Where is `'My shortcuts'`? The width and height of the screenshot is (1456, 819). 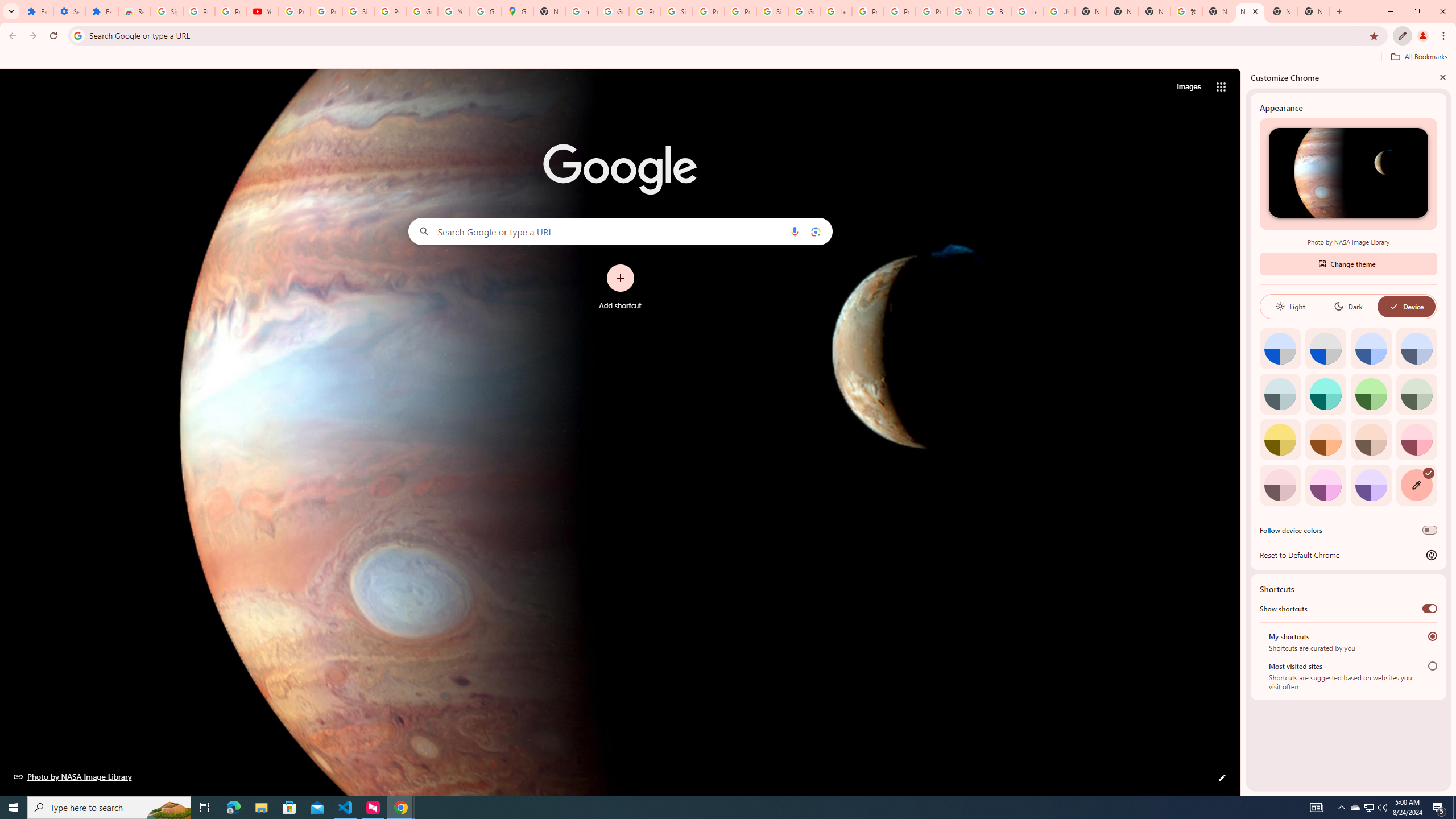
'My shortcuts' is located at coordinates (1433, 636).